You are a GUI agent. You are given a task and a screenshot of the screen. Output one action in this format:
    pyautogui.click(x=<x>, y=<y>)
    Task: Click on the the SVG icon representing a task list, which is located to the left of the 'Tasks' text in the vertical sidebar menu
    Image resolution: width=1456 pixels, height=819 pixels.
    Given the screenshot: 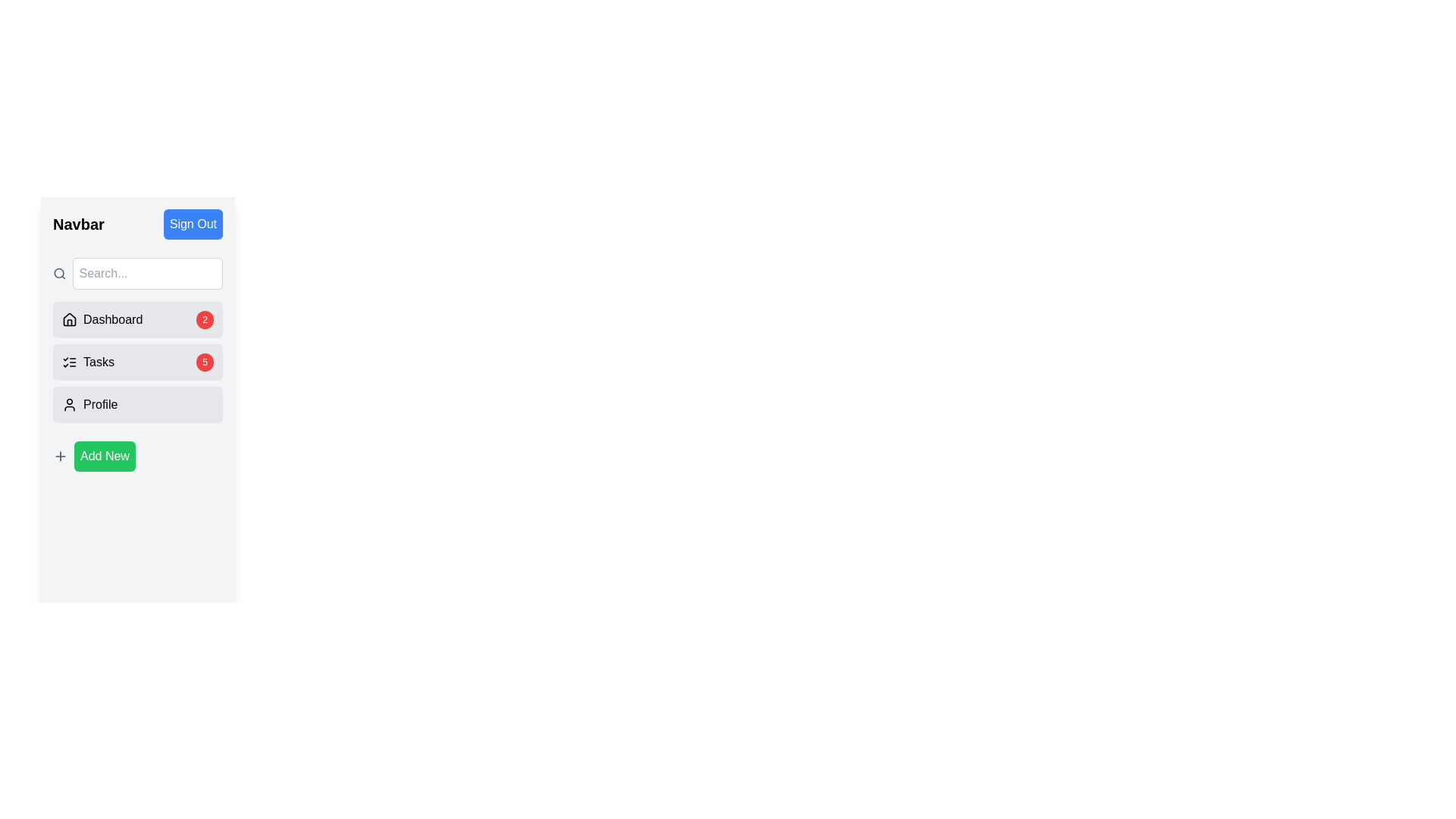 What is the action you would take?
    pyautogui.click(x=68, y=362)
    